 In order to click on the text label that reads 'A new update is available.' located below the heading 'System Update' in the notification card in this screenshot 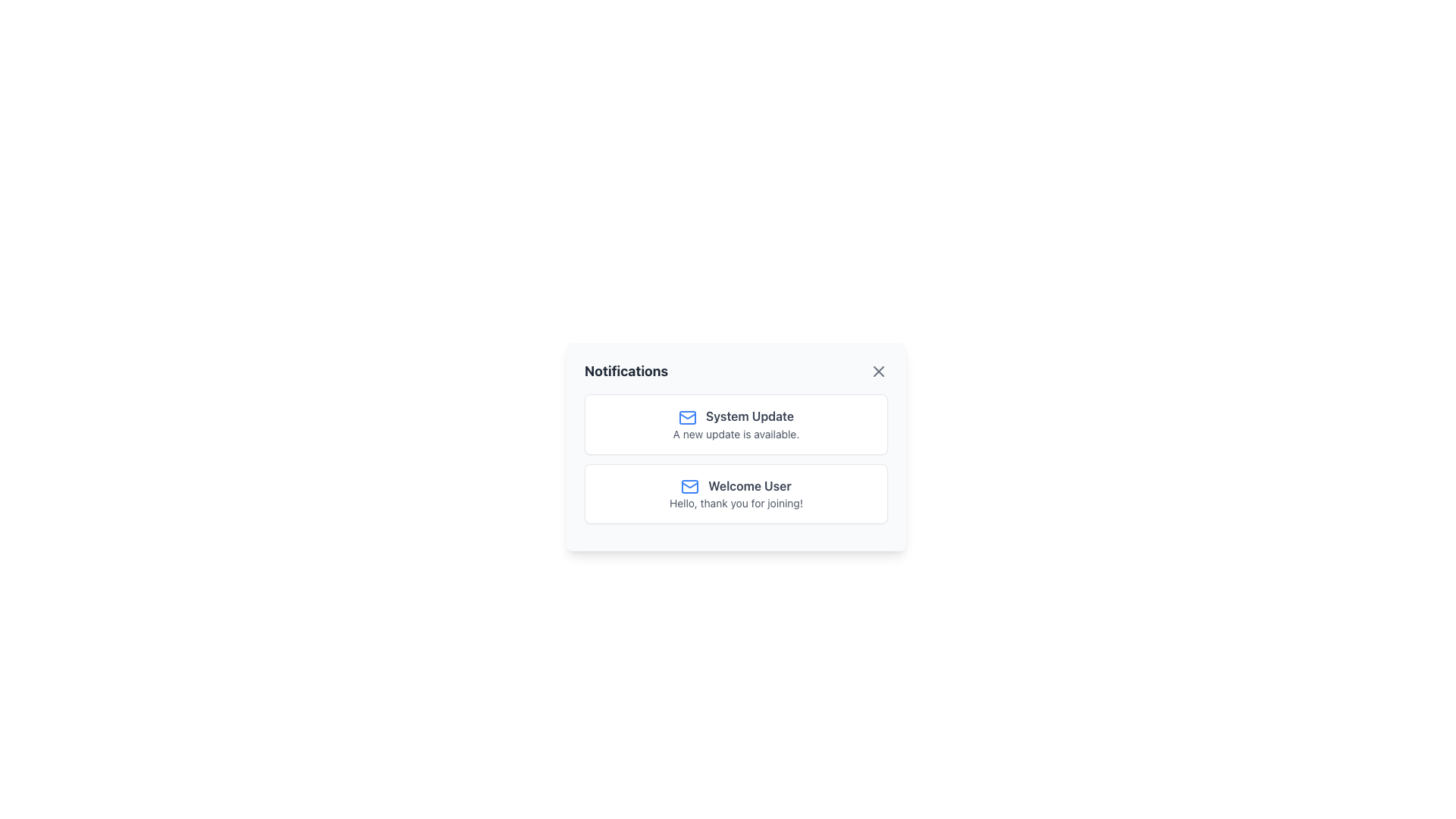, I will do `click(736, 433)`.